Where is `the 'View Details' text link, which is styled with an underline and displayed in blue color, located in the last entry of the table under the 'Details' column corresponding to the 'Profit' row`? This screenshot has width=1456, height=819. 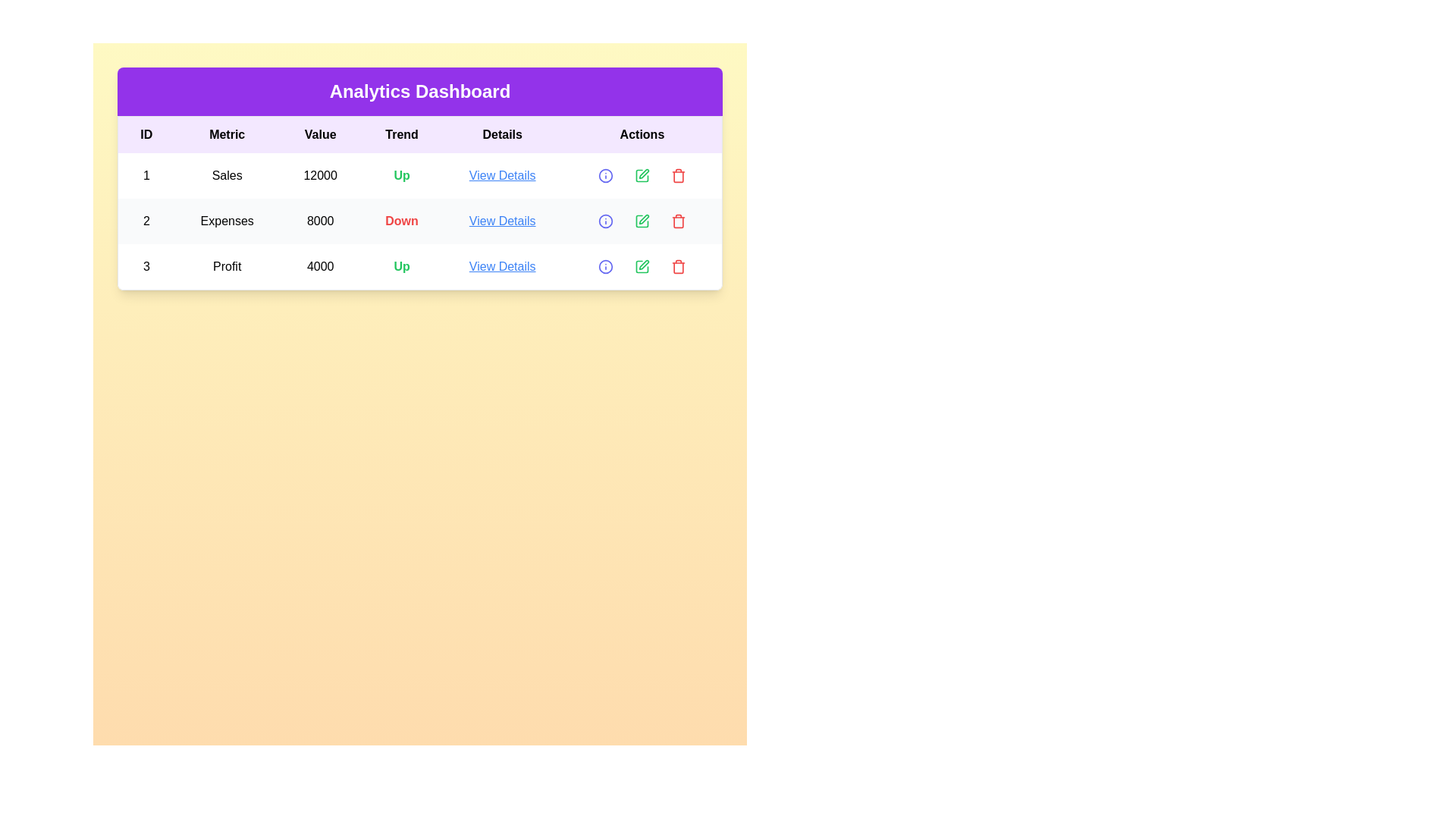 the 'View Details' text link, which is styled with an underline and displayed in blue color, located in the last entry of the table under the 'Details' column corresponding to the 'Profit' row is located at coordinates (502, 265).